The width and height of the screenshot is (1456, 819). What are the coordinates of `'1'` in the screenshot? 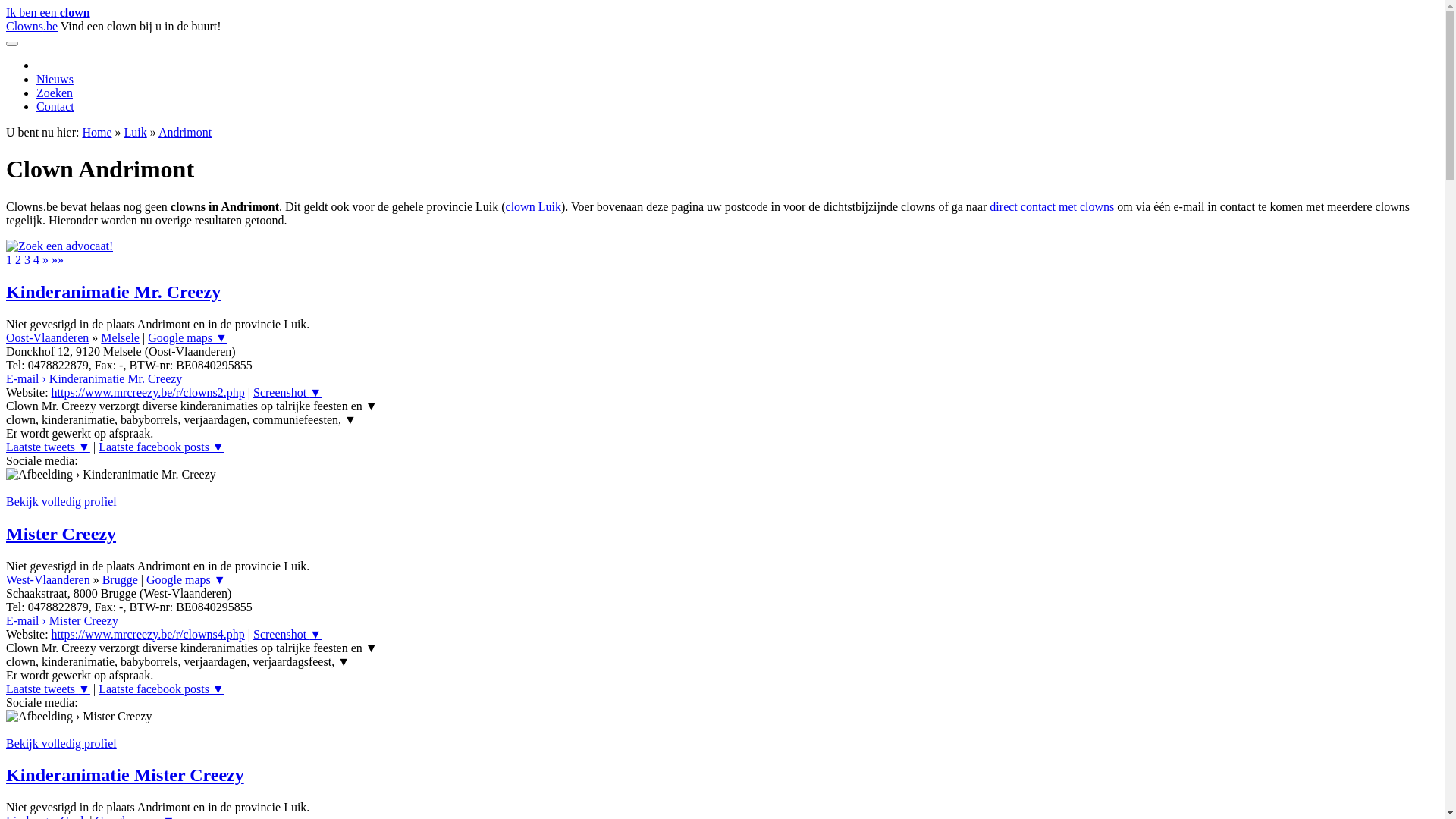 It's located at (9, 259).